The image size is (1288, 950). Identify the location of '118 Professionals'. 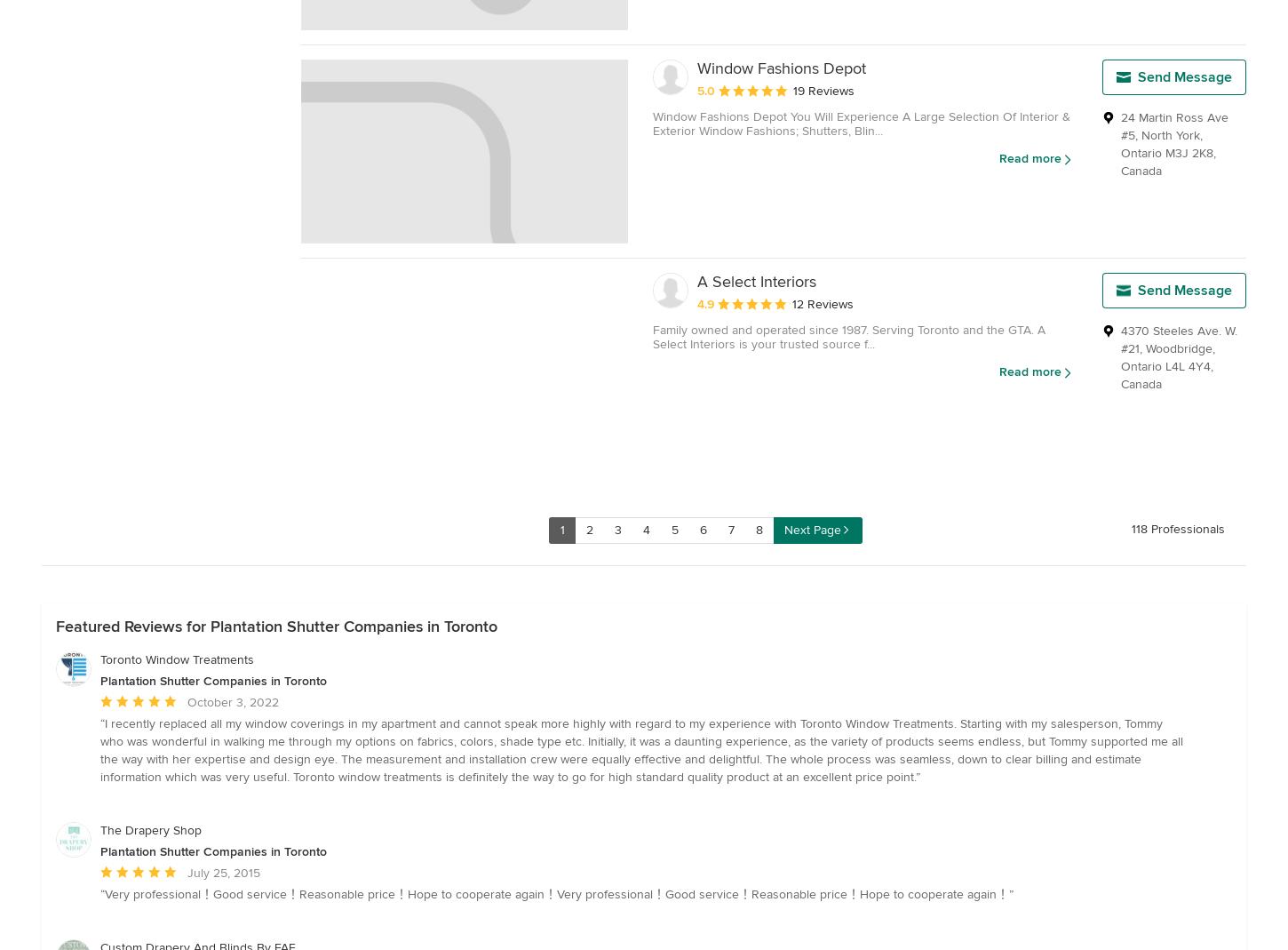
(1178, 529).